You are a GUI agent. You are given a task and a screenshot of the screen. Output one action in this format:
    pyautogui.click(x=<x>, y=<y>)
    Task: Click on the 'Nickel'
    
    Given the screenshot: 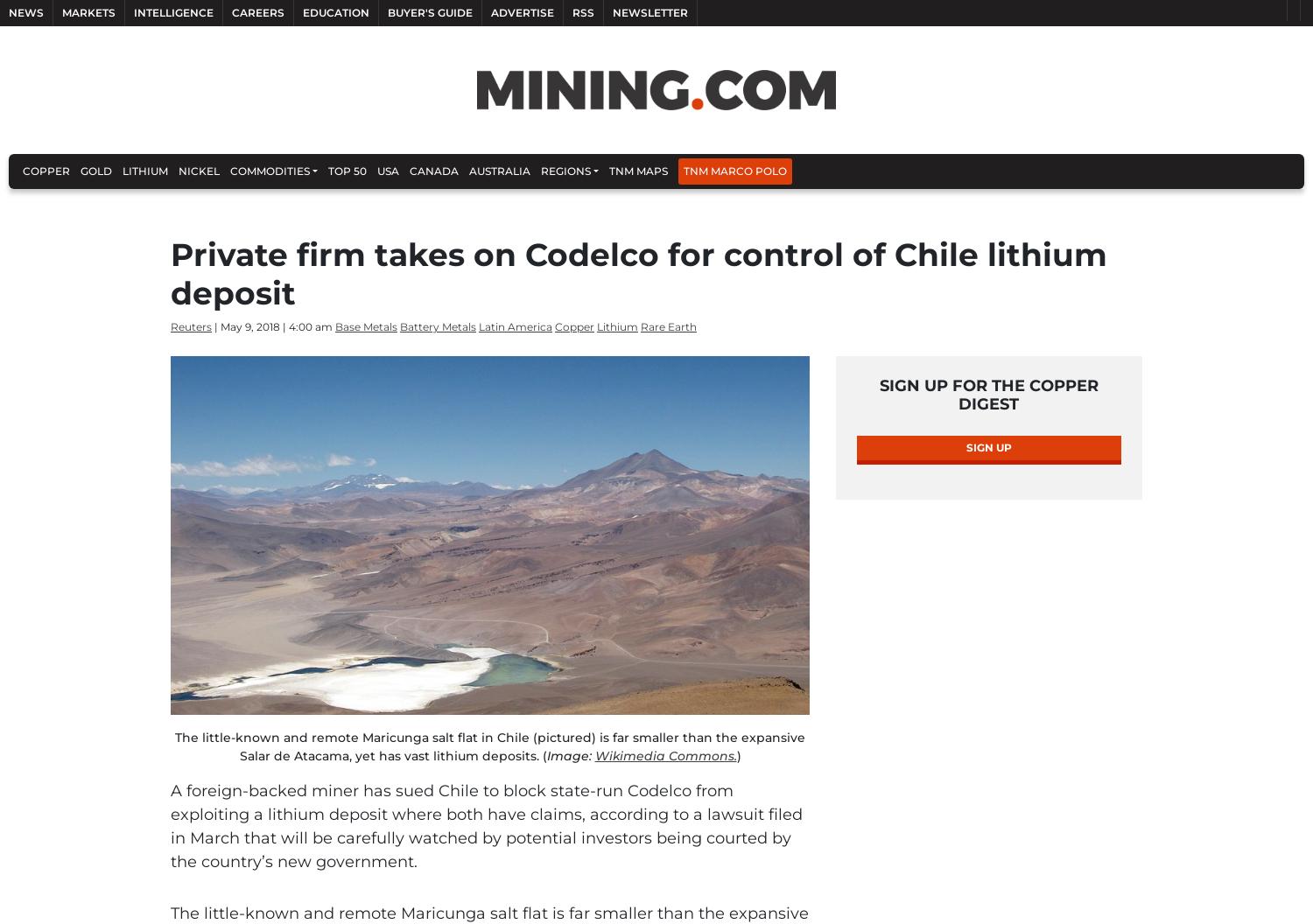 What is the action you would take?
    pyautogui.click(x=198, y=171)
    